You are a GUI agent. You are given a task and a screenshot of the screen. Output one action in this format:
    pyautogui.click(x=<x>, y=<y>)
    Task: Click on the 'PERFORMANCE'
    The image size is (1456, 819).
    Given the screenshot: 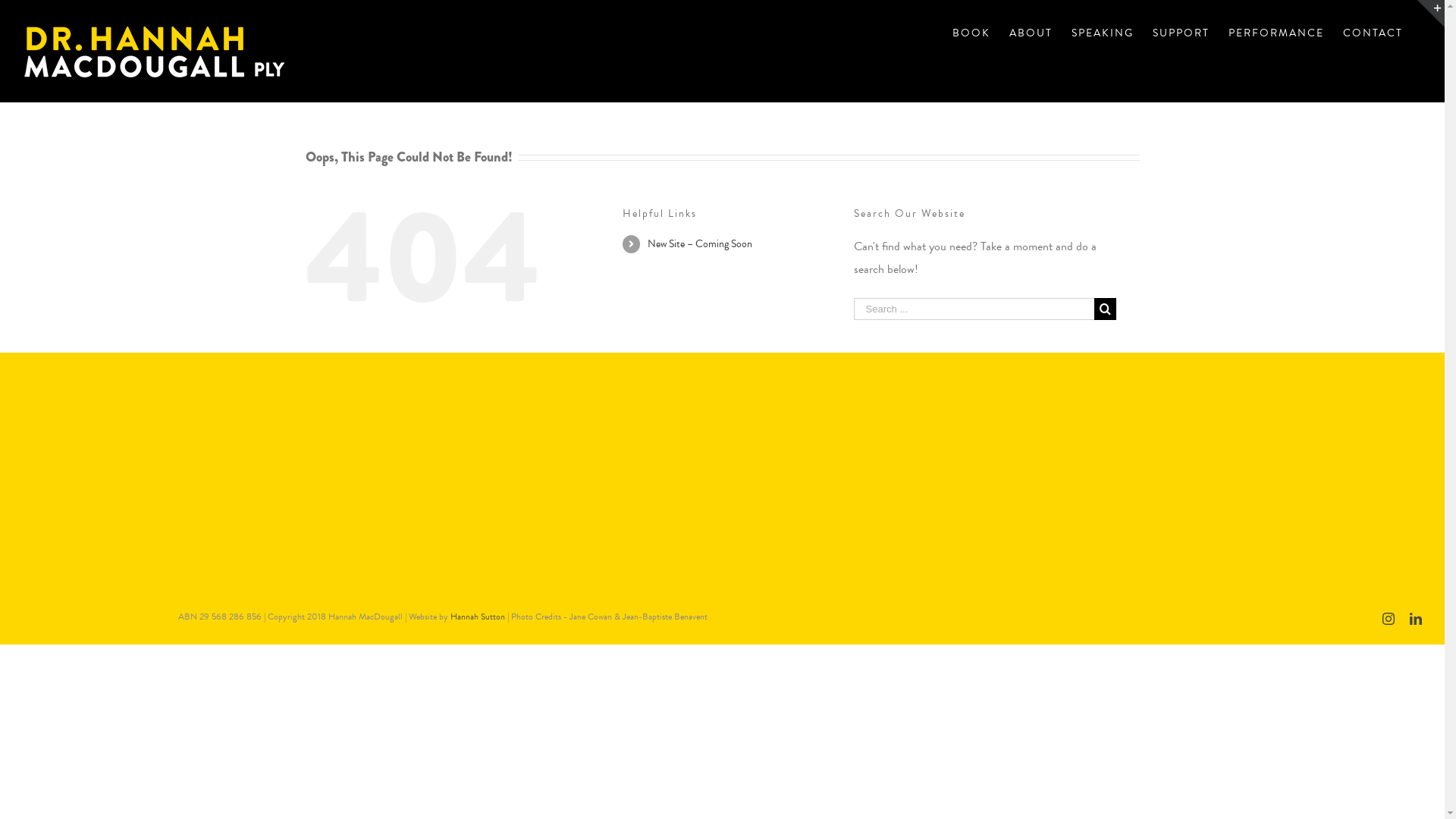 What is the action you would take?
    pyautogui.click(x=1228, y=32)
    